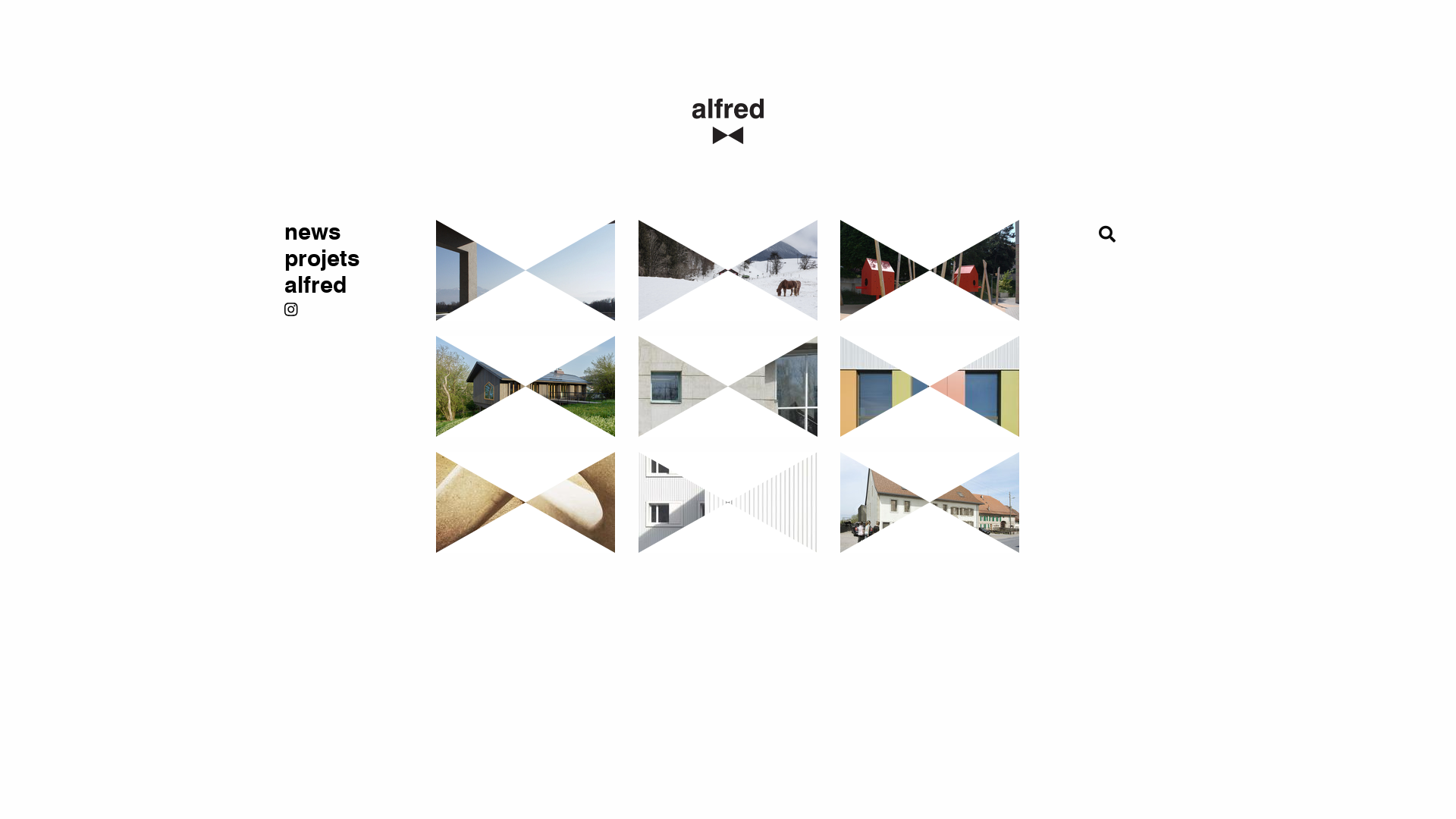 This screenshot has width=1456, height=819. What do you see at coordinates (284, 233) in the screenshot?
I see `'news'` at bounding box center [284, 233].